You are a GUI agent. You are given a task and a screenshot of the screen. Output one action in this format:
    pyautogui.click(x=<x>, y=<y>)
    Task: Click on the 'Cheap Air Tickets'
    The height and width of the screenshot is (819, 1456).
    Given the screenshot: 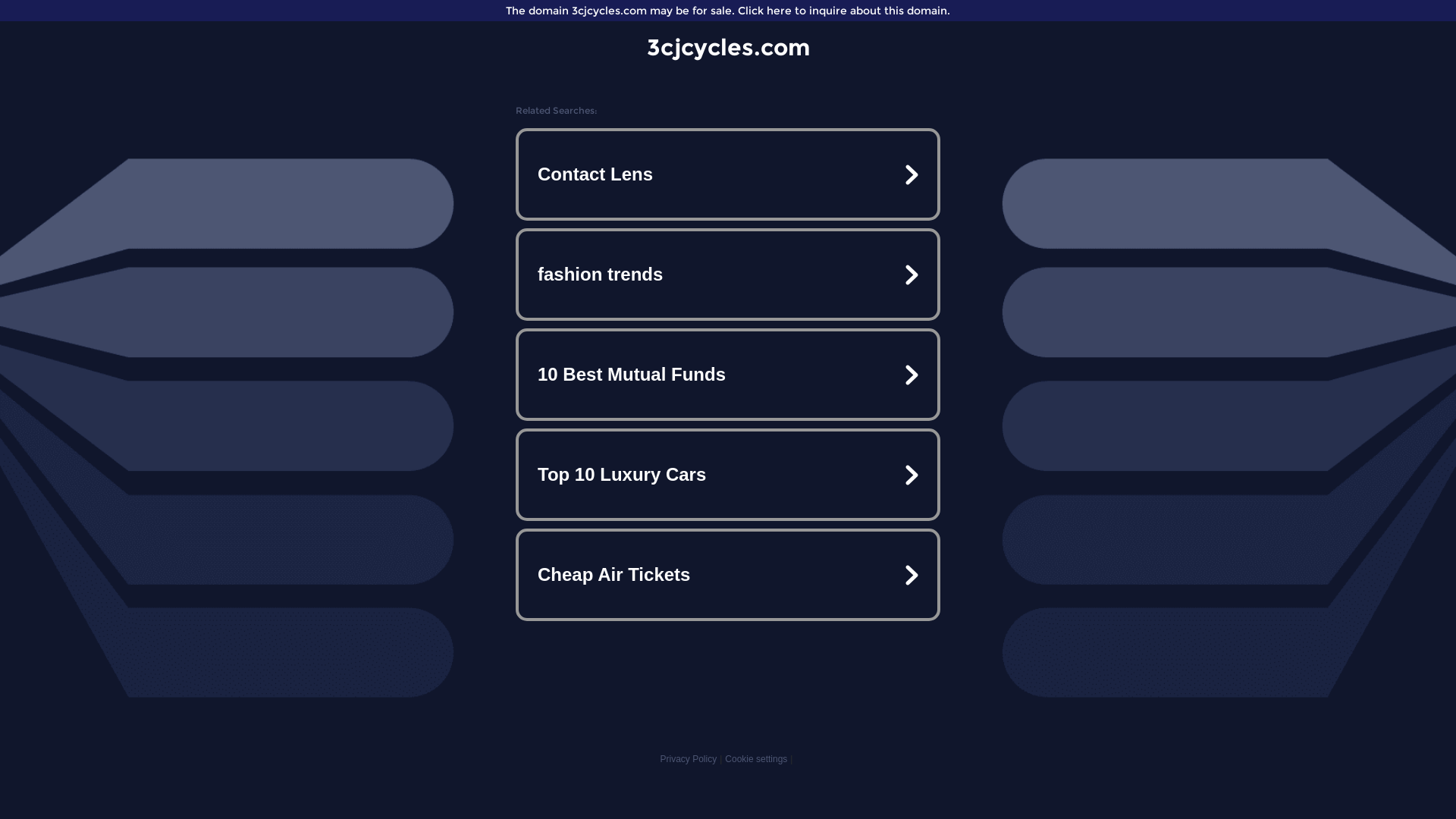 What is the action you would take?
    pyautogui.click(x=728, y=575)
    